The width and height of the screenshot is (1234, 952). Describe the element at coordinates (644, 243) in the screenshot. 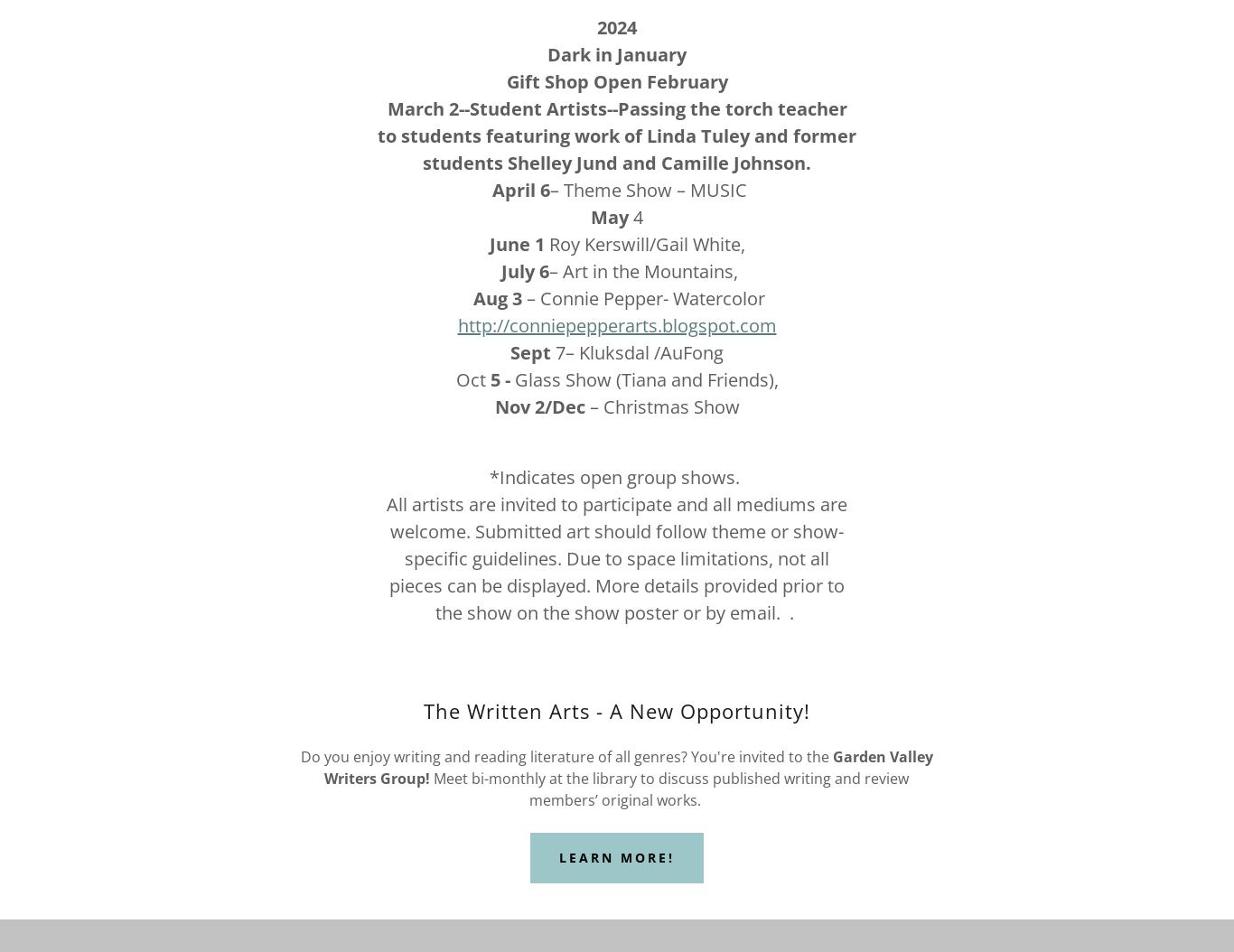

I see `'Roy Kerswill/Gail White,'` at that location.